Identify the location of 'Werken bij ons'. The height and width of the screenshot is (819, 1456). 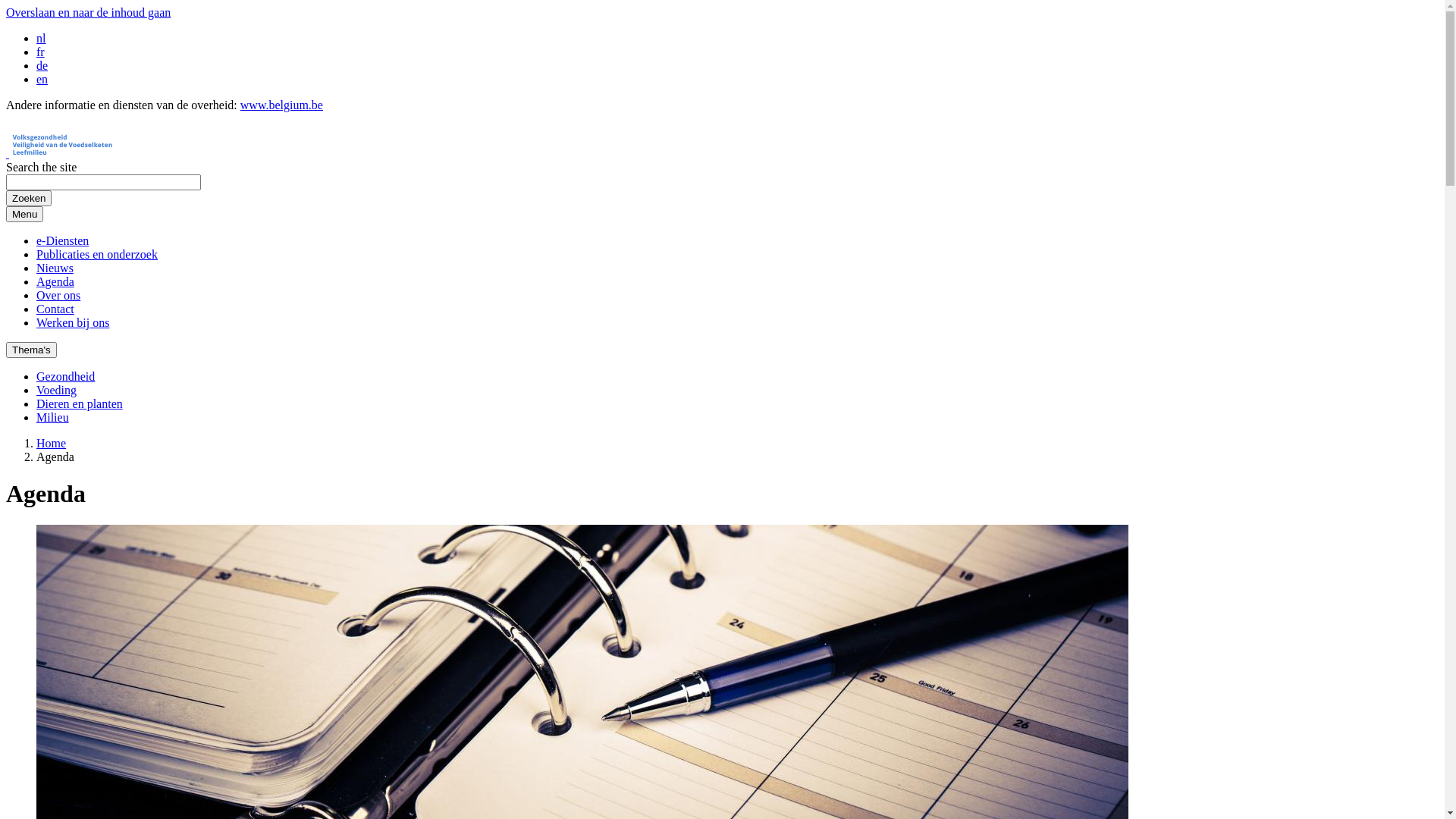
(72, 322).